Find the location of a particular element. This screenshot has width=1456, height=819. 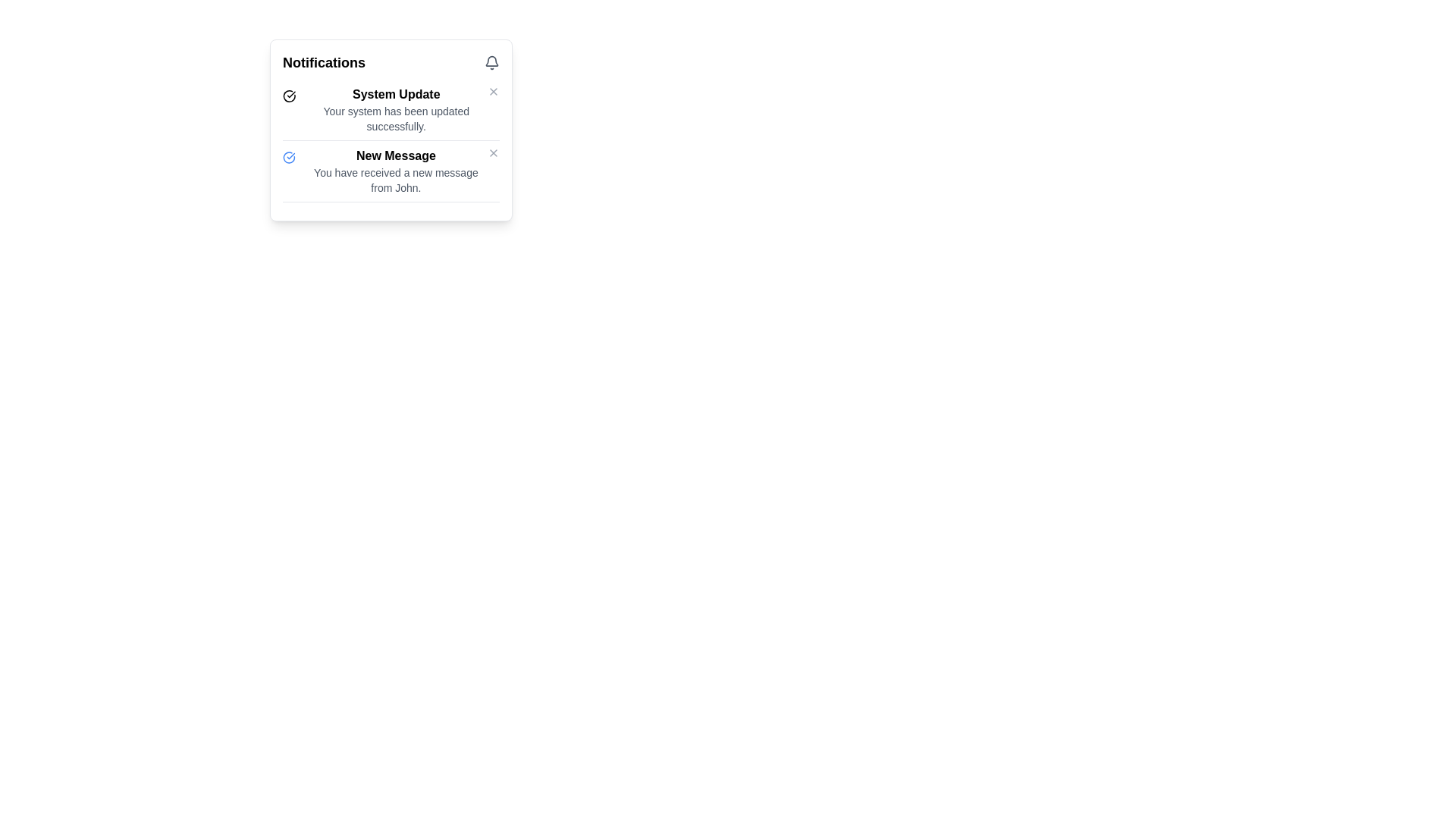

the circular blue icon with a checkmark, which indicates confirmation or success, located to the left of the 'New Message' notification title is located at coordinates (289, 158).